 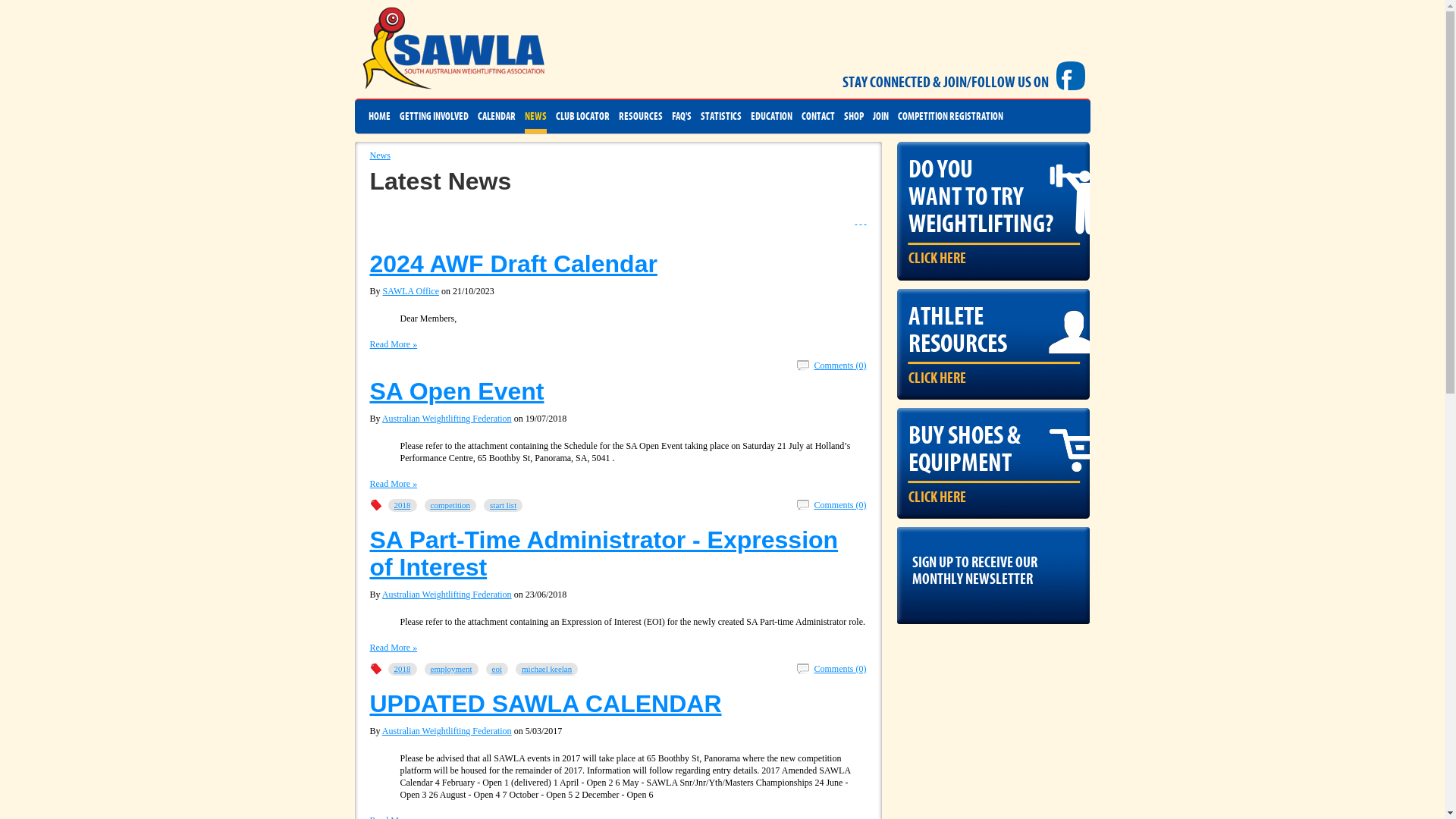 What do you see at coordinates (680, 116) in the screenshot?
I see `'FAQ'S'` at bounding box center [680, 116].